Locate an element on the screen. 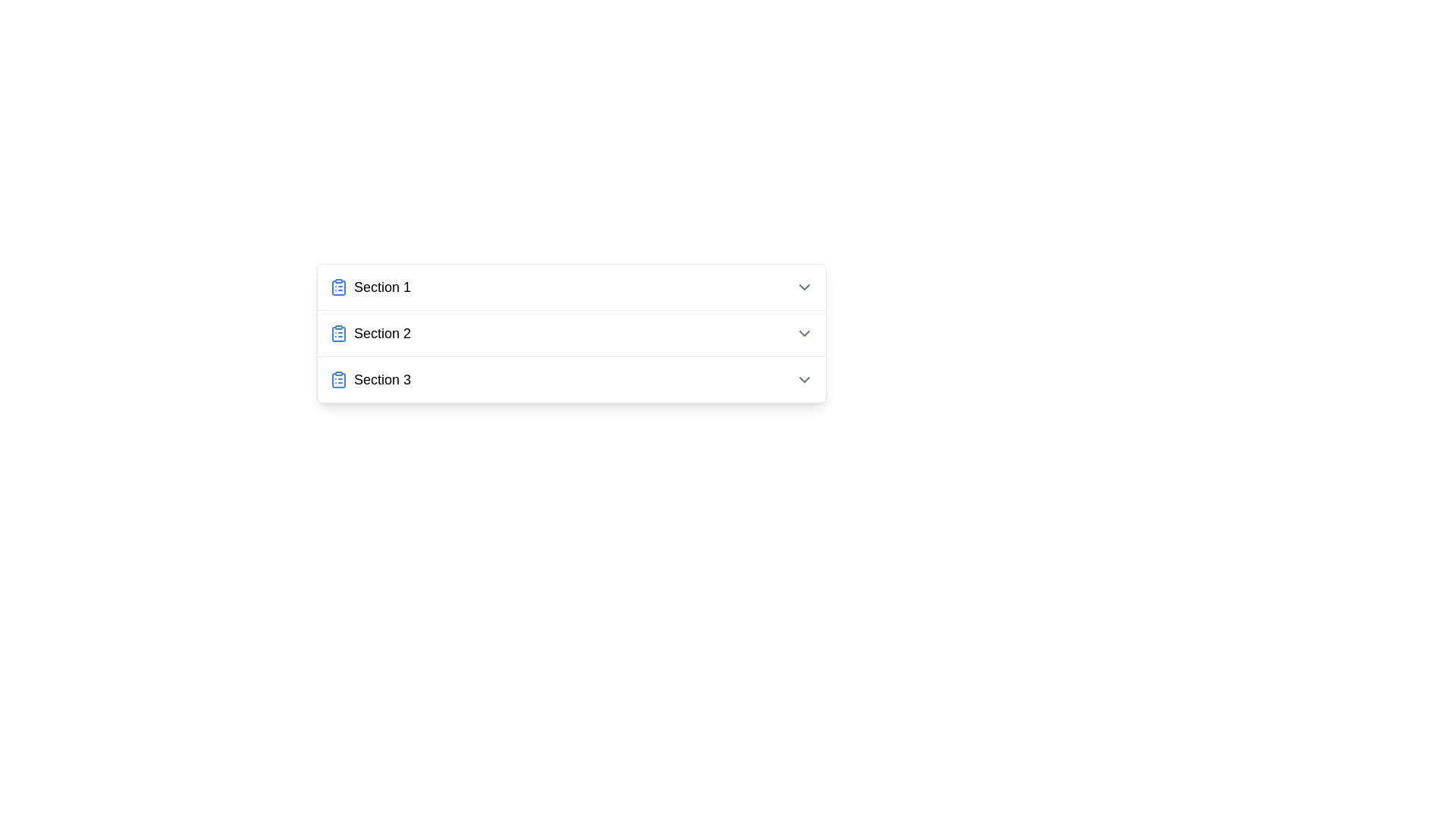 The width and height of the screenshot is (1456, 819). the third list item, which features a clipboard icon and the text 'Section 3' in bold is located at coordinates (370, 379).